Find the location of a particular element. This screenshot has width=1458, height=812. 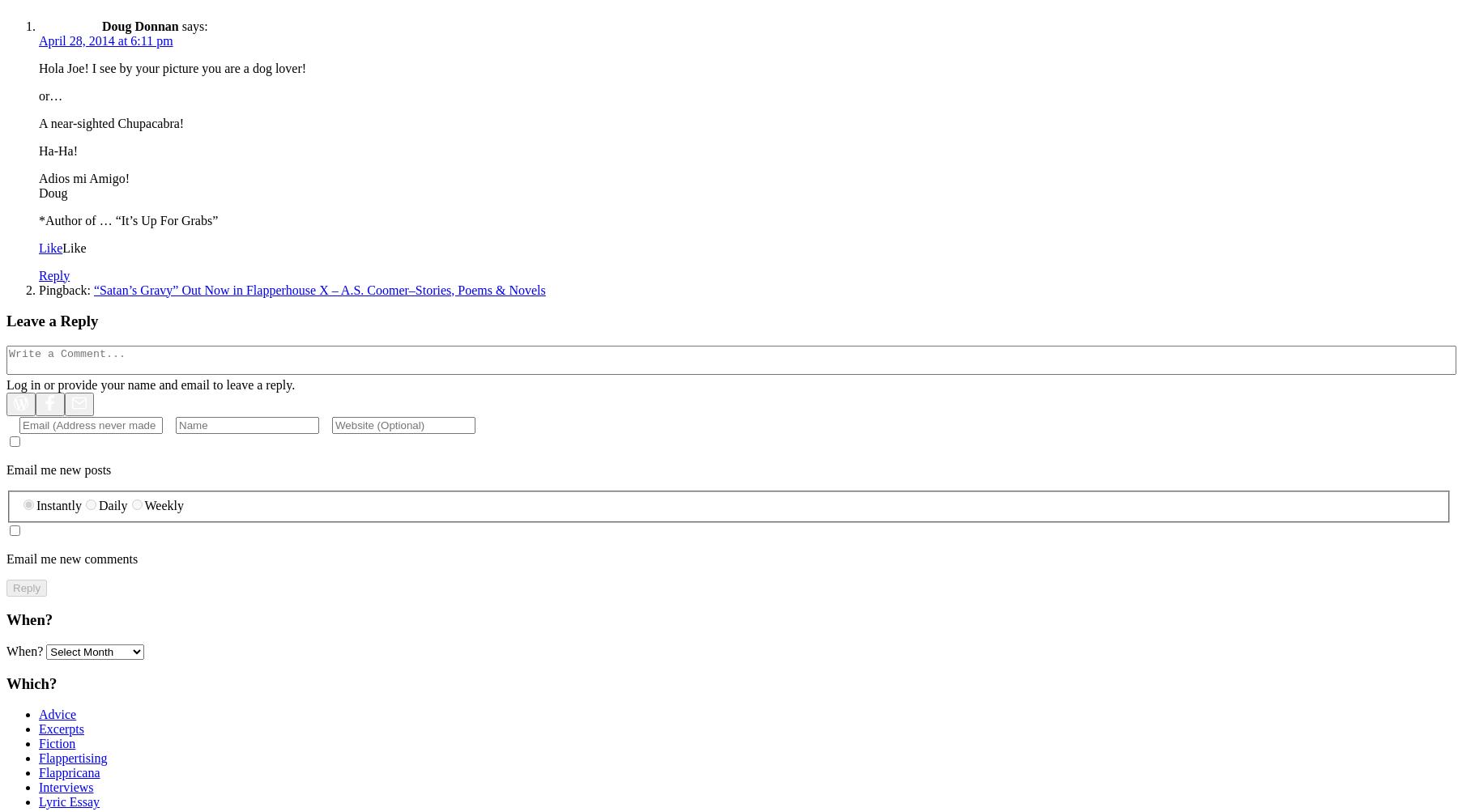

'Hola Joe! I see by your picture you are a dog lover!' is located at coordinates (172, 67).